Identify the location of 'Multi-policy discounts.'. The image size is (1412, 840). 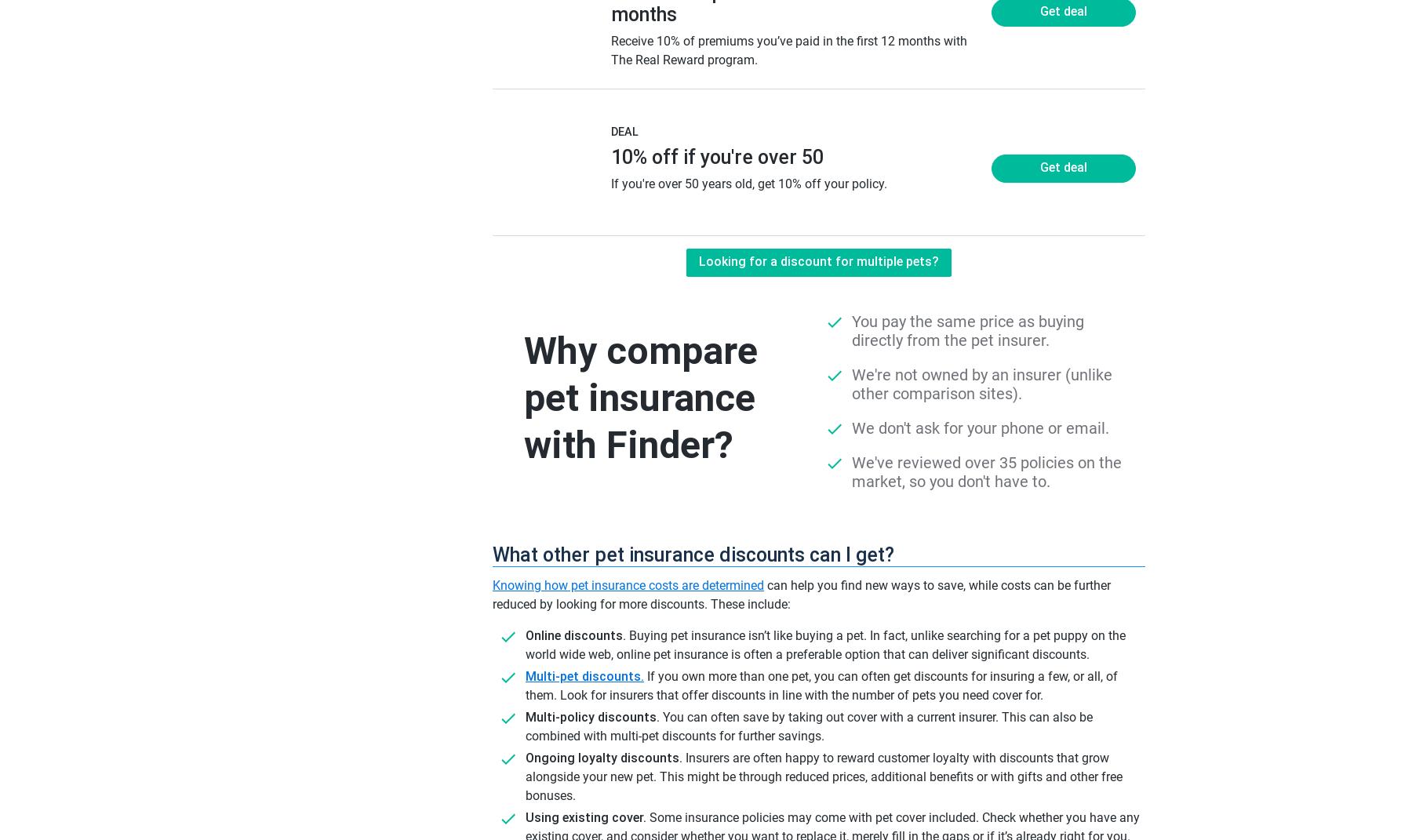
(525, 717).